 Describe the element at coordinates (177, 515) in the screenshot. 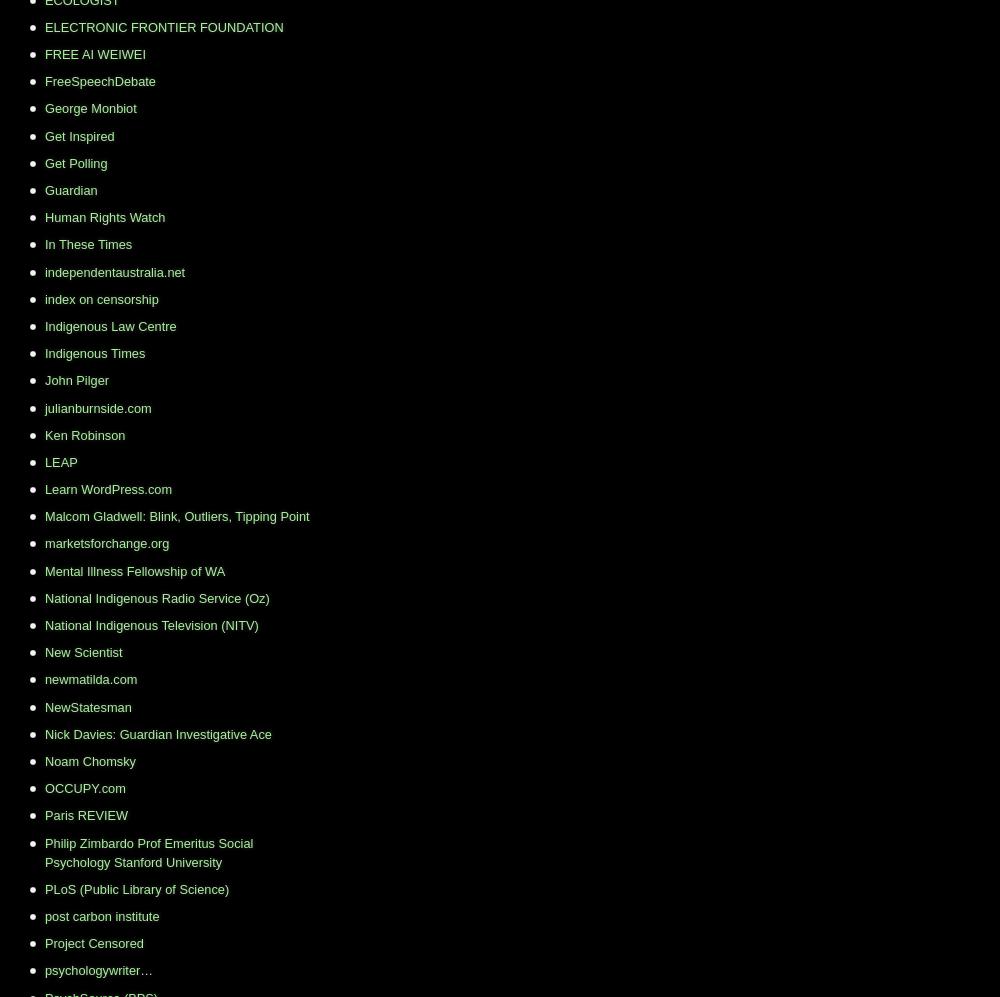

I see `'Malcom Gladwell: Blink, Outliers, Tipping Point'` at that location.